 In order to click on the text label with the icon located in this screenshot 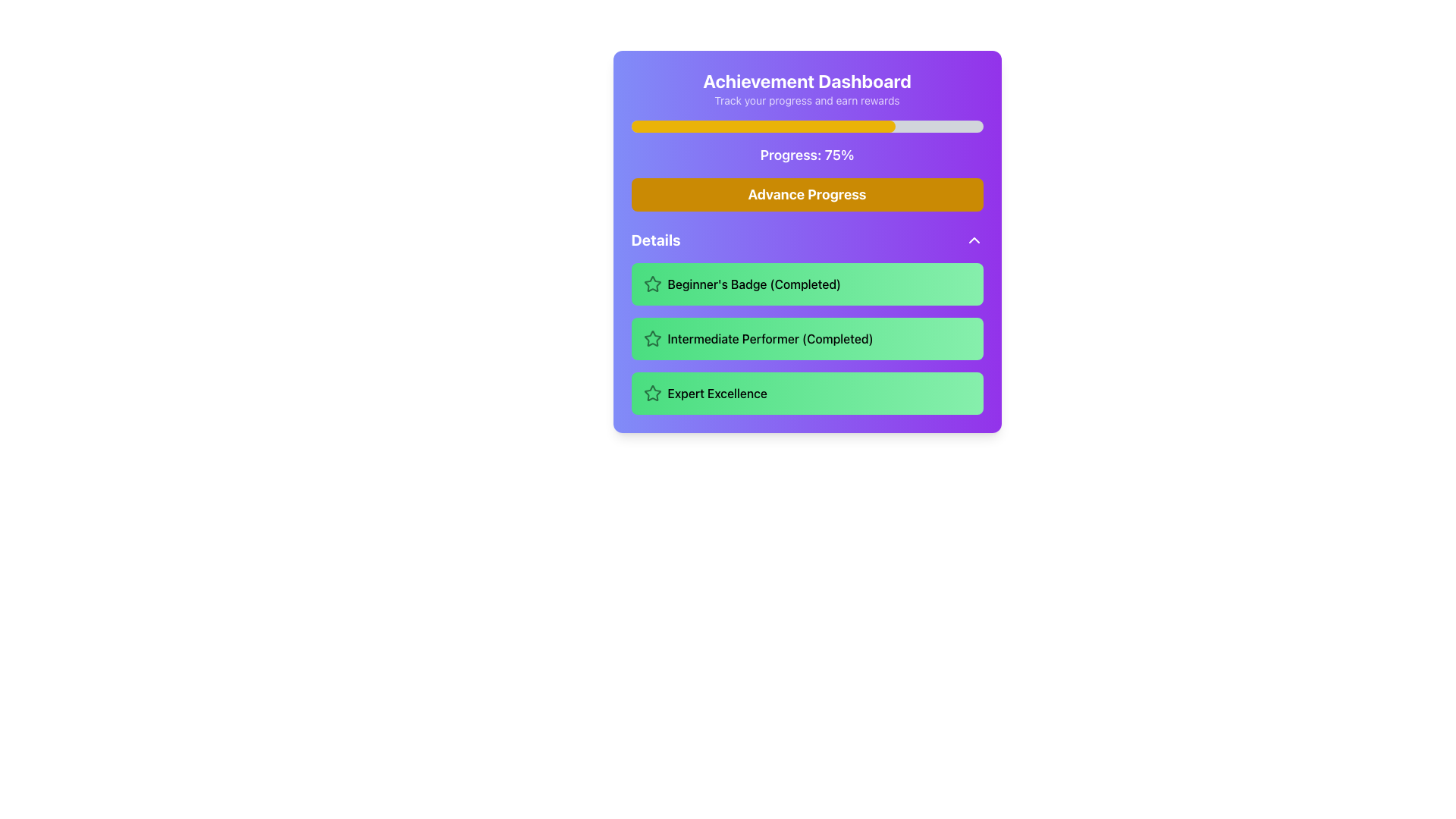, I will do `click(806, 338)`.